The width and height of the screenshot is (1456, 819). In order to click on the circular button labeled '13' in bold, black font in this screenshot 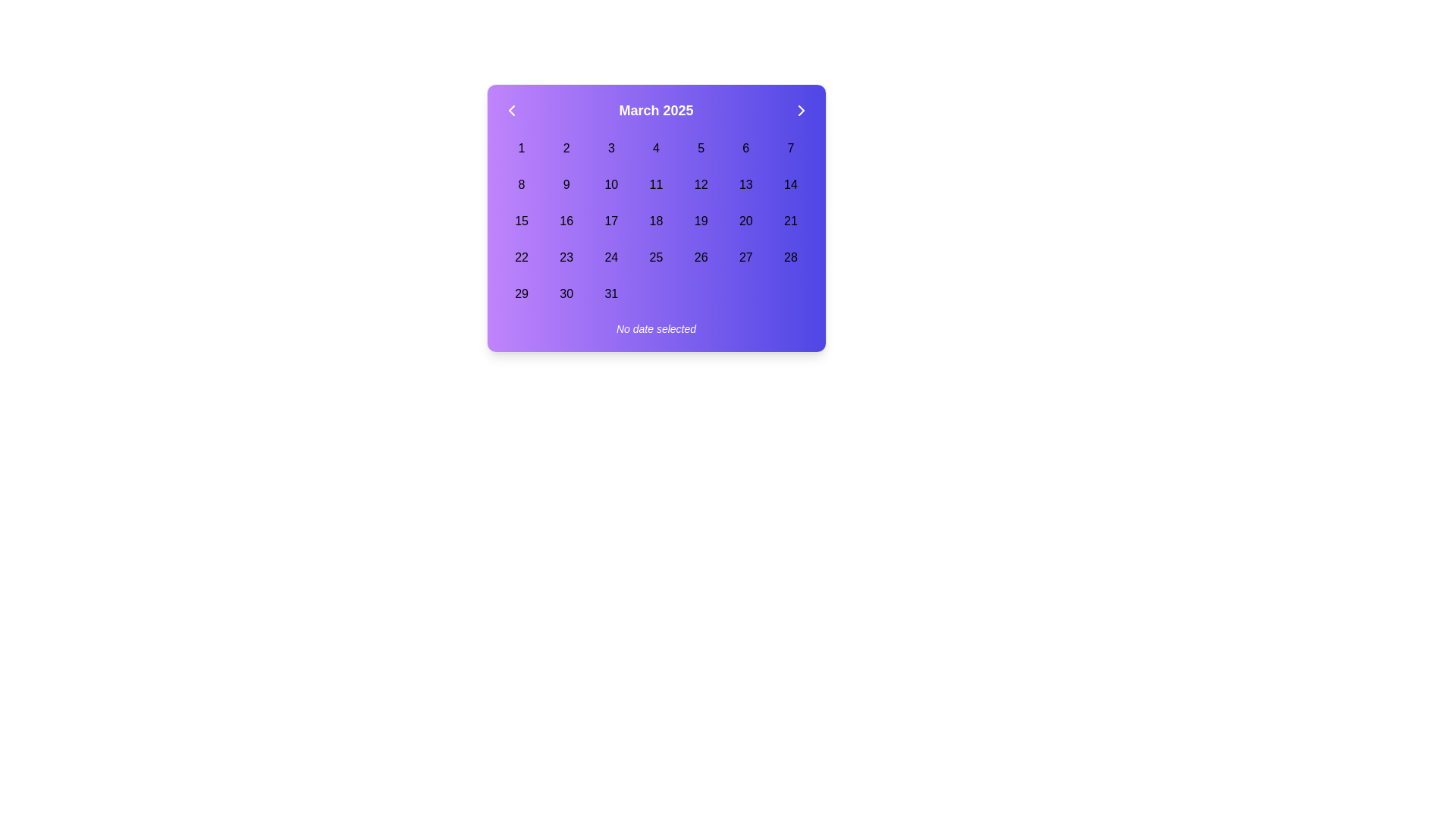, I will do `click(745, 184)`.